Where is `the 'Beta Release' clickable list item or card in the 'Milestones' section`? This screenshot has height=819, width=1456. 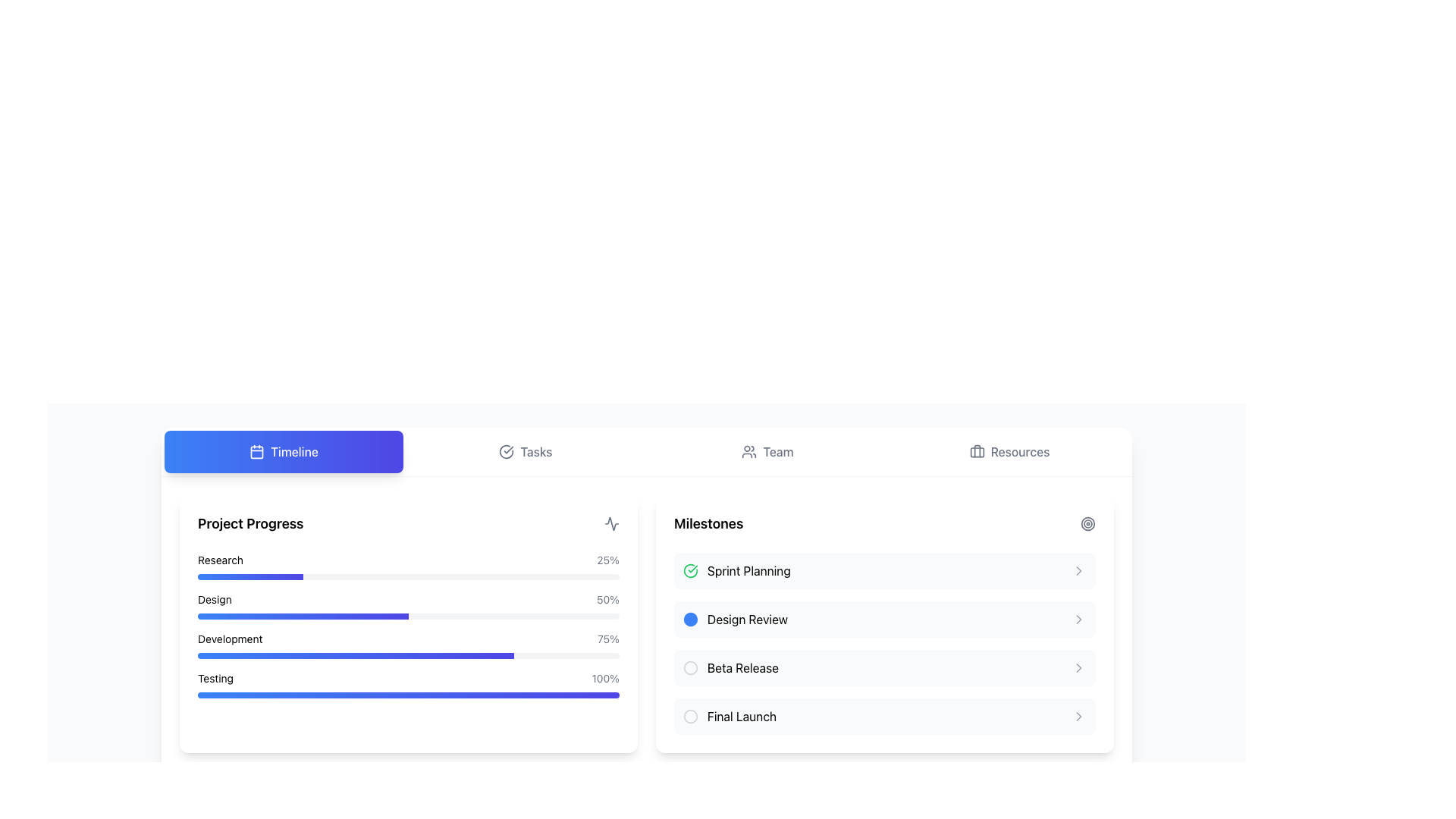
the 'Beta Release' clickable list item or card in the 'Milestones' section is located at coordinates (884, 667).